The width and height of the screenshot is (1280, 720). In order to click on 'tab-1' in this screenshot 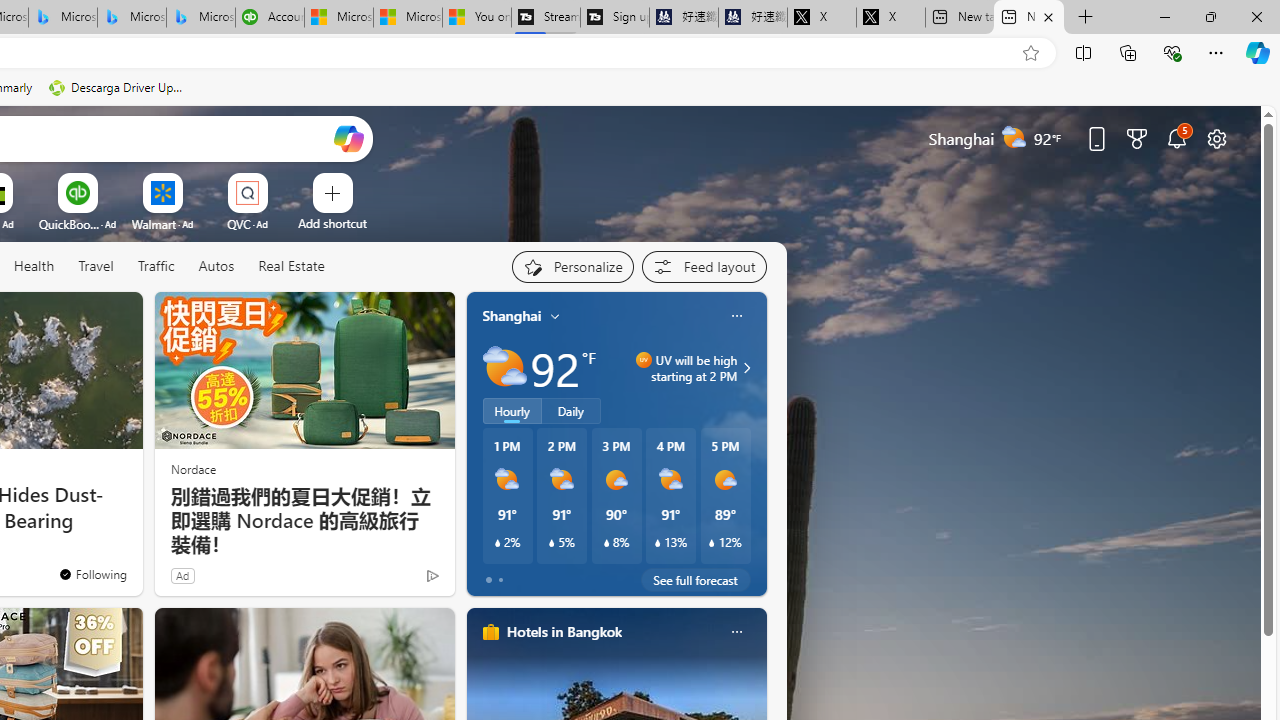, I will do `click(500, 579)`.